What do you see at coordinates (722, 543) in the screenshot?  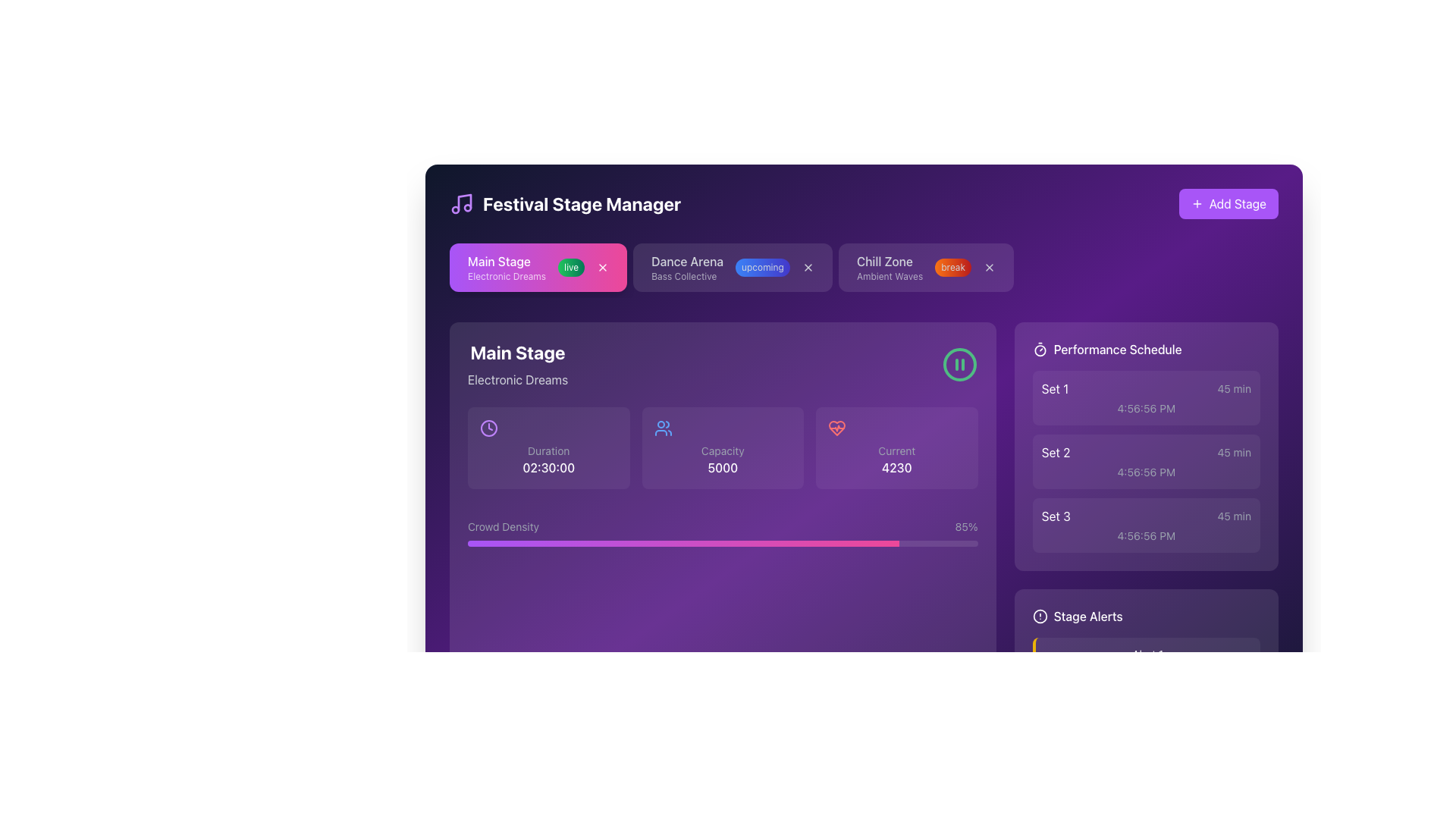 I see `the progress bar representing crowd density, which is horizontally elongated with a two-tone gradient fill from purple` at bounding box center [722, 543].